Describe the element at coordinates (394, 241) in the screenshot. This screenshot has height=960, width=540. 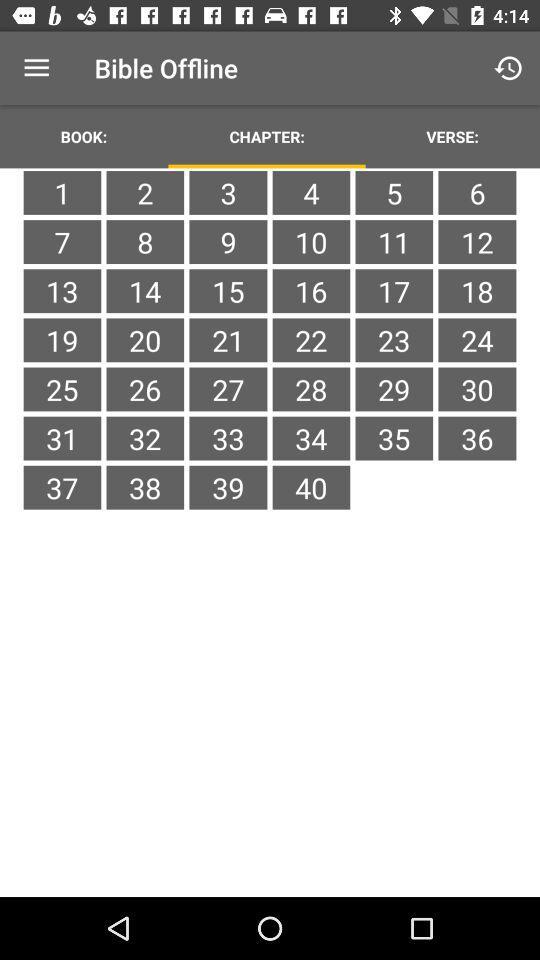
I see `the 11 icon` at that location.